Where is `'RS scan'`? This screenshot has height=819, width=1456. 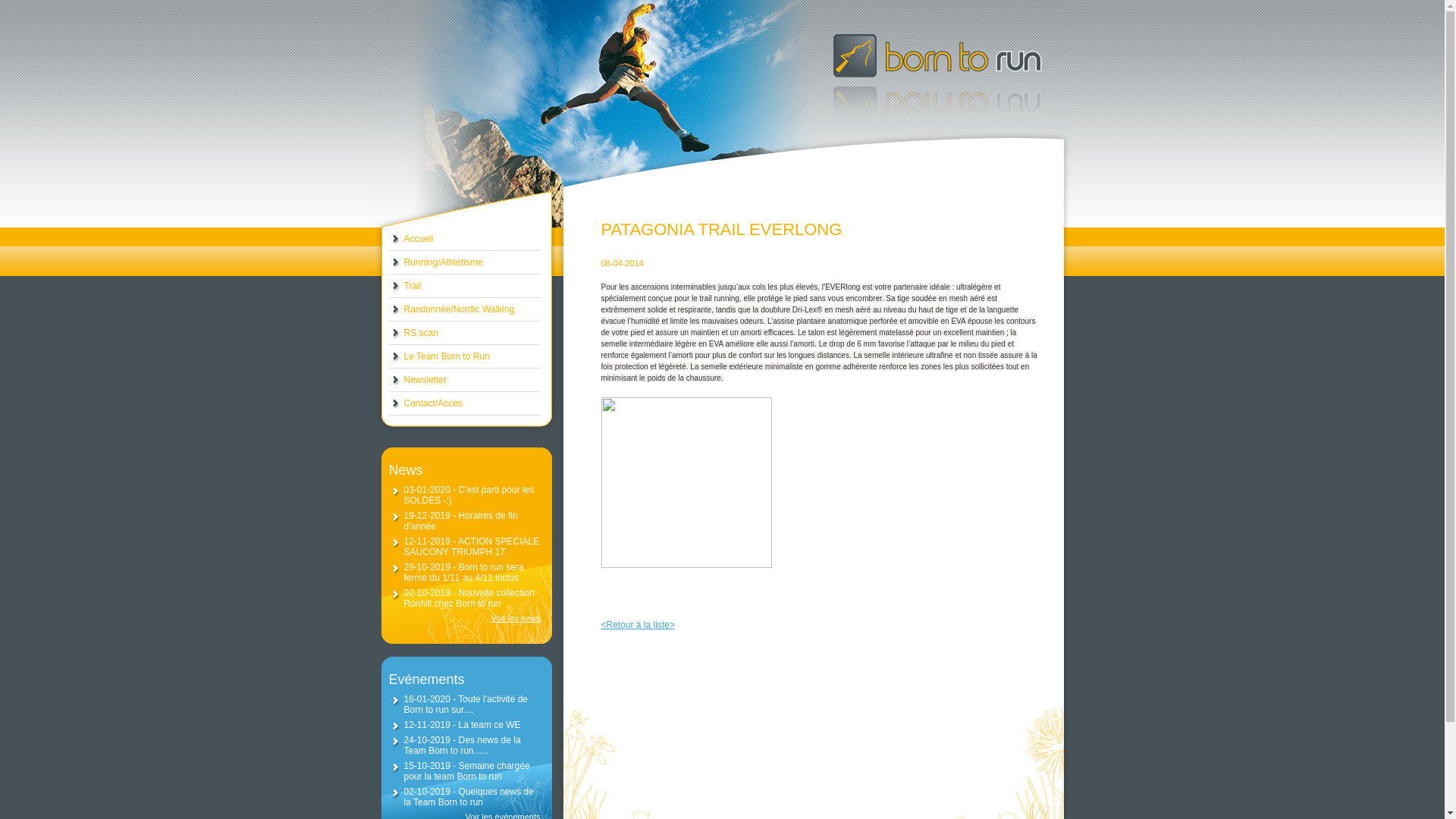 'RS scan' is located at coordinates (388, 332).